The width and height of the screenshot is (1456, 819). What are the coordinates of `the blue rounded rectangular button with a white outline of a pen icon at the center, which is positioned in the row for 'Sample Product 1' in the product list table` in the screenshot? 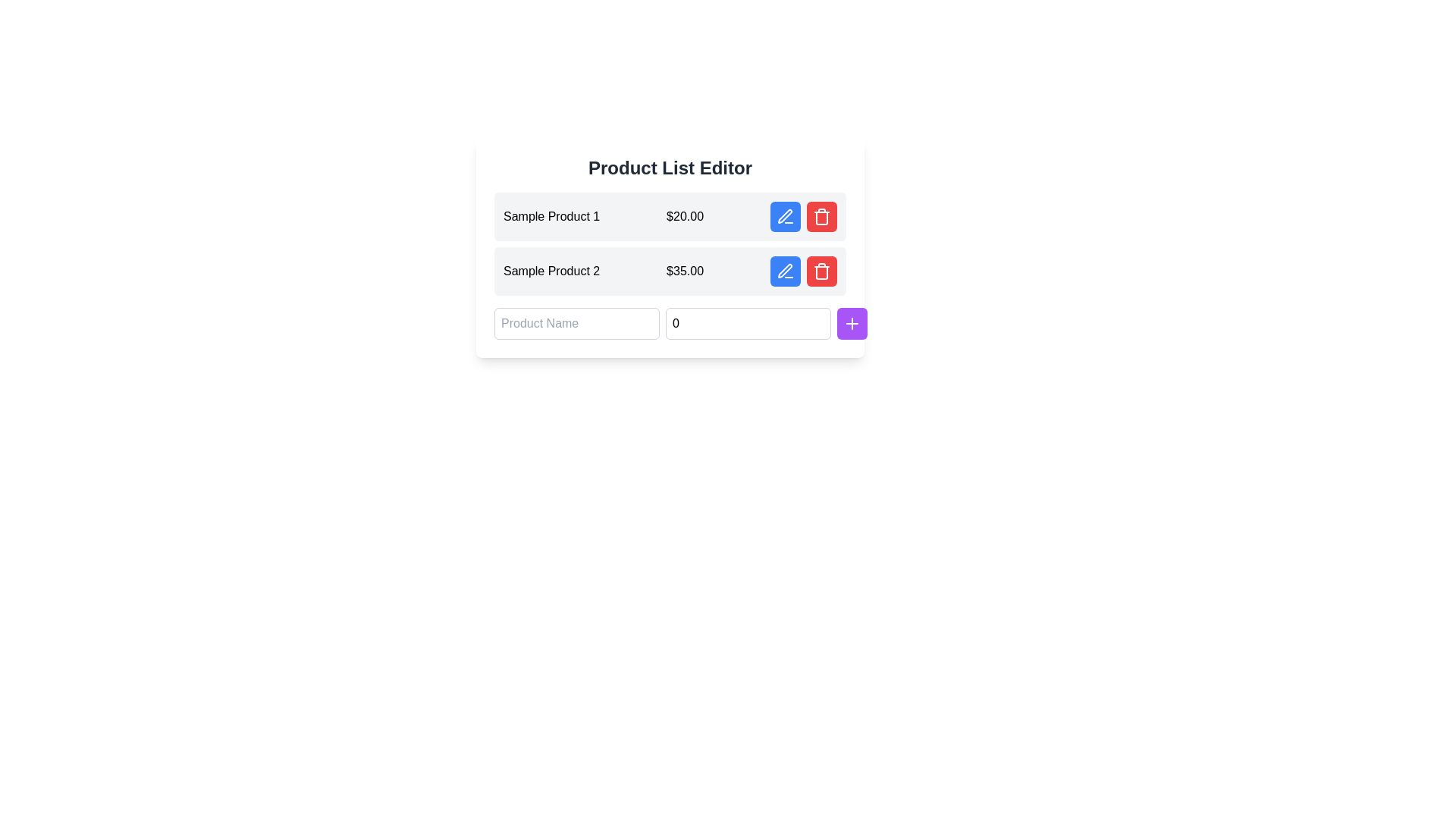 It's located at (786, 216).